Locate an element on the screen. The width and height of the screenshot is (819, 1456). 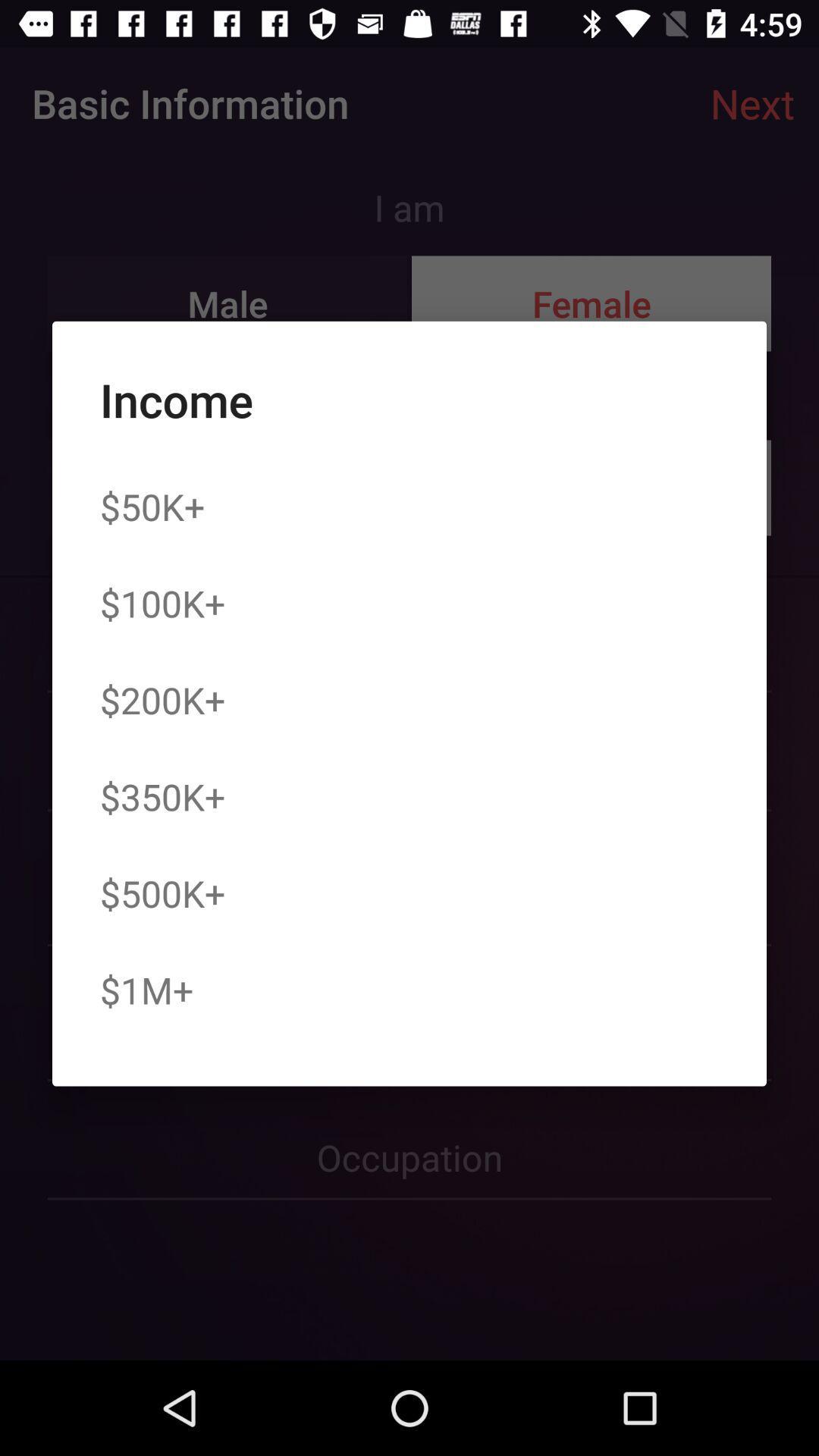
the $100k+ icon is located at coordinates (162, 602).